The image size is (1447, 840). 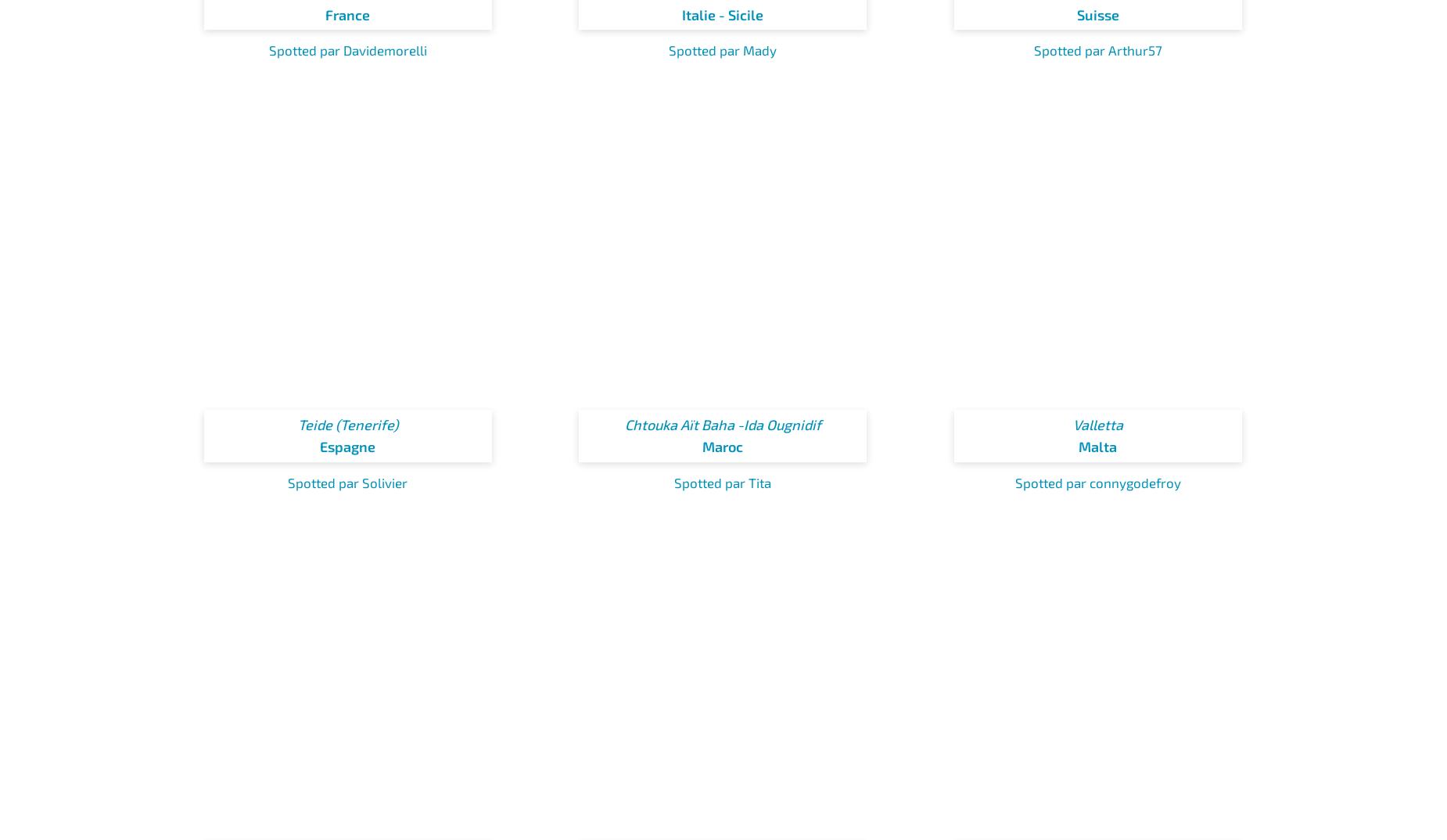 What do you see at coordinates (1072, 423) in the screenshot?
I see `'Valletta'` at bounding box center [1072, 423].